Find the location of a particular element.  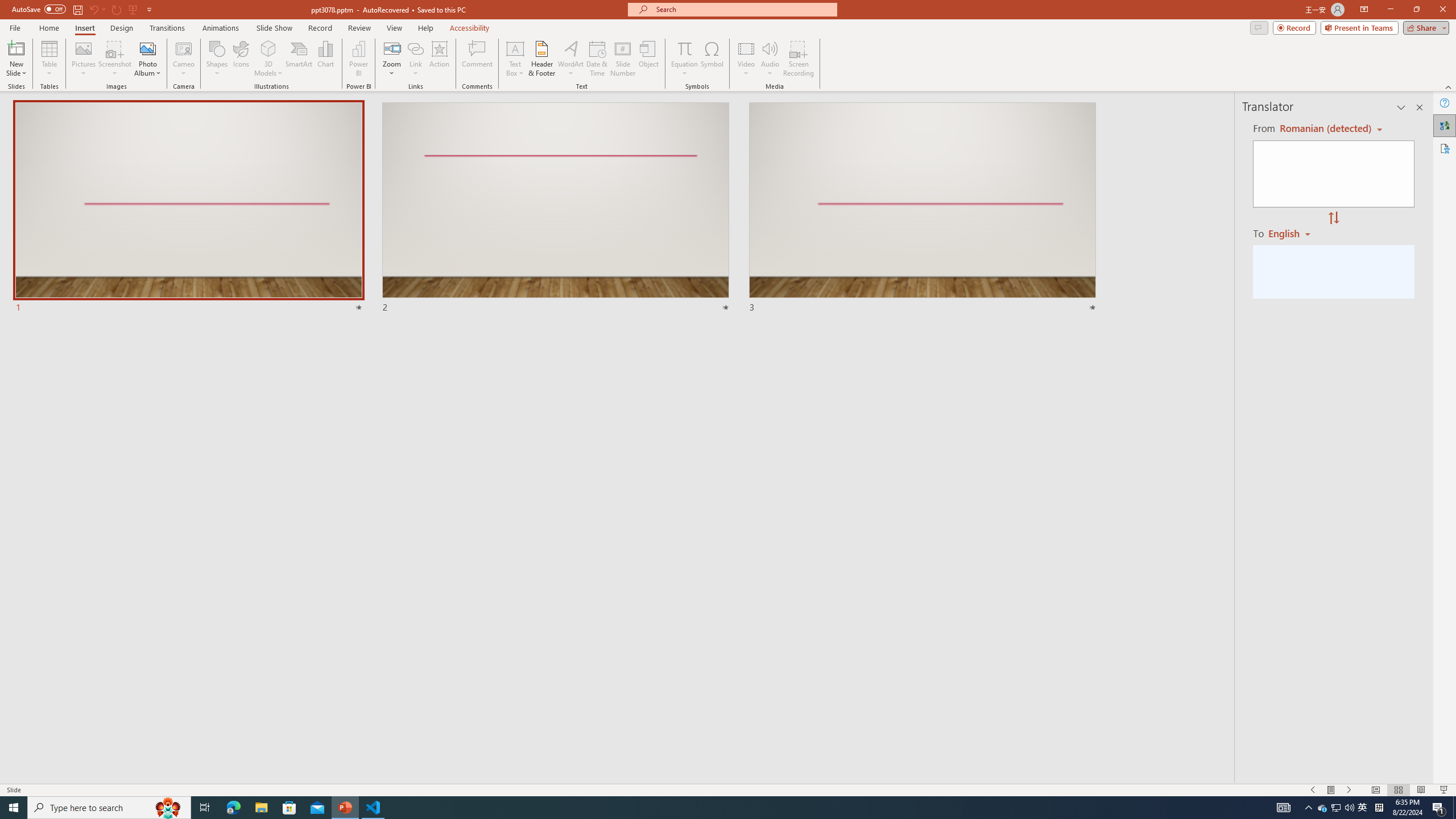

'Table' is located at coordinates (49, 59).